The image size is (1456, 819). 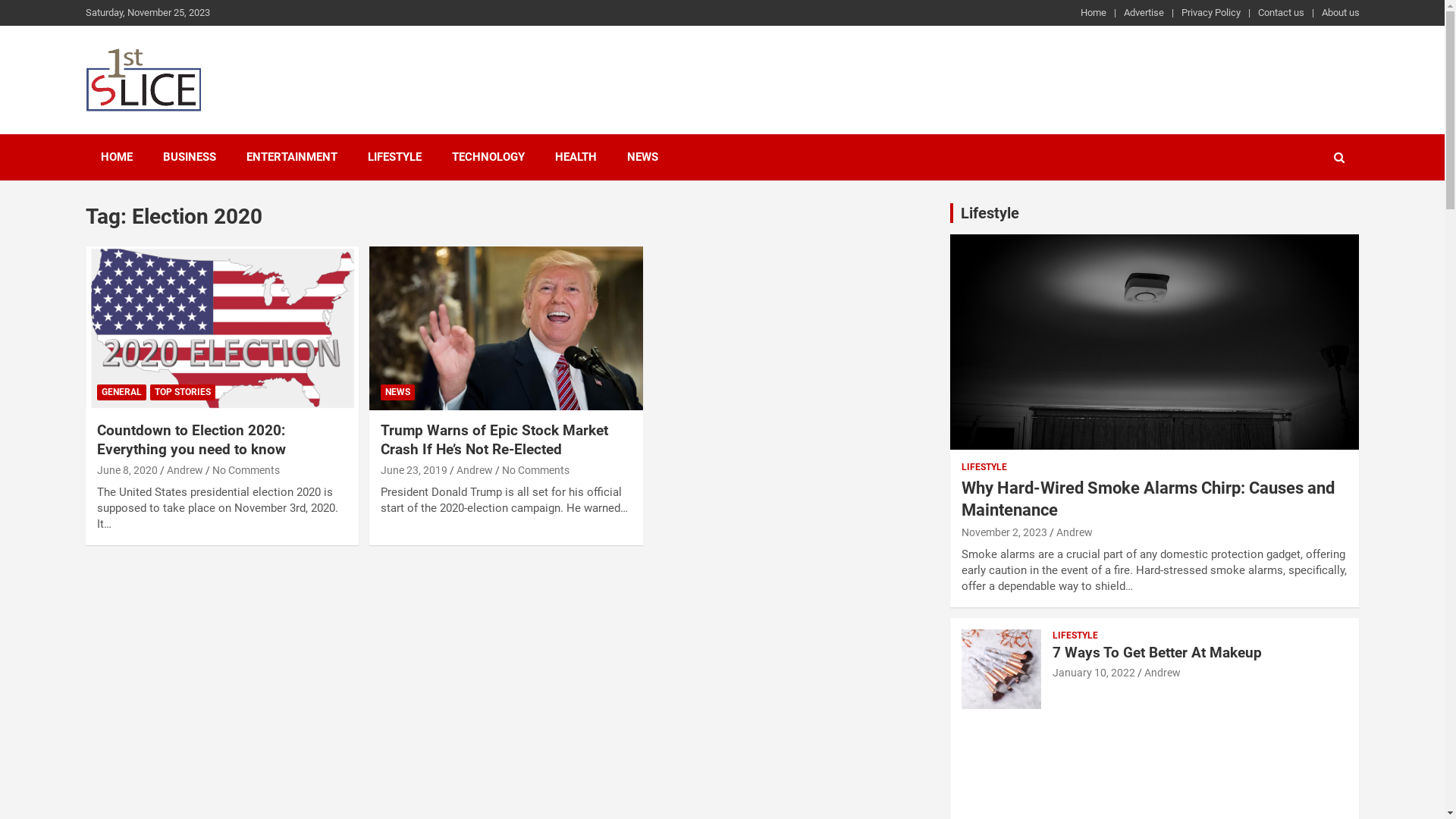 I want to click on '7 Ways To Get Better At Makeup', so click(x=1156, y=651).